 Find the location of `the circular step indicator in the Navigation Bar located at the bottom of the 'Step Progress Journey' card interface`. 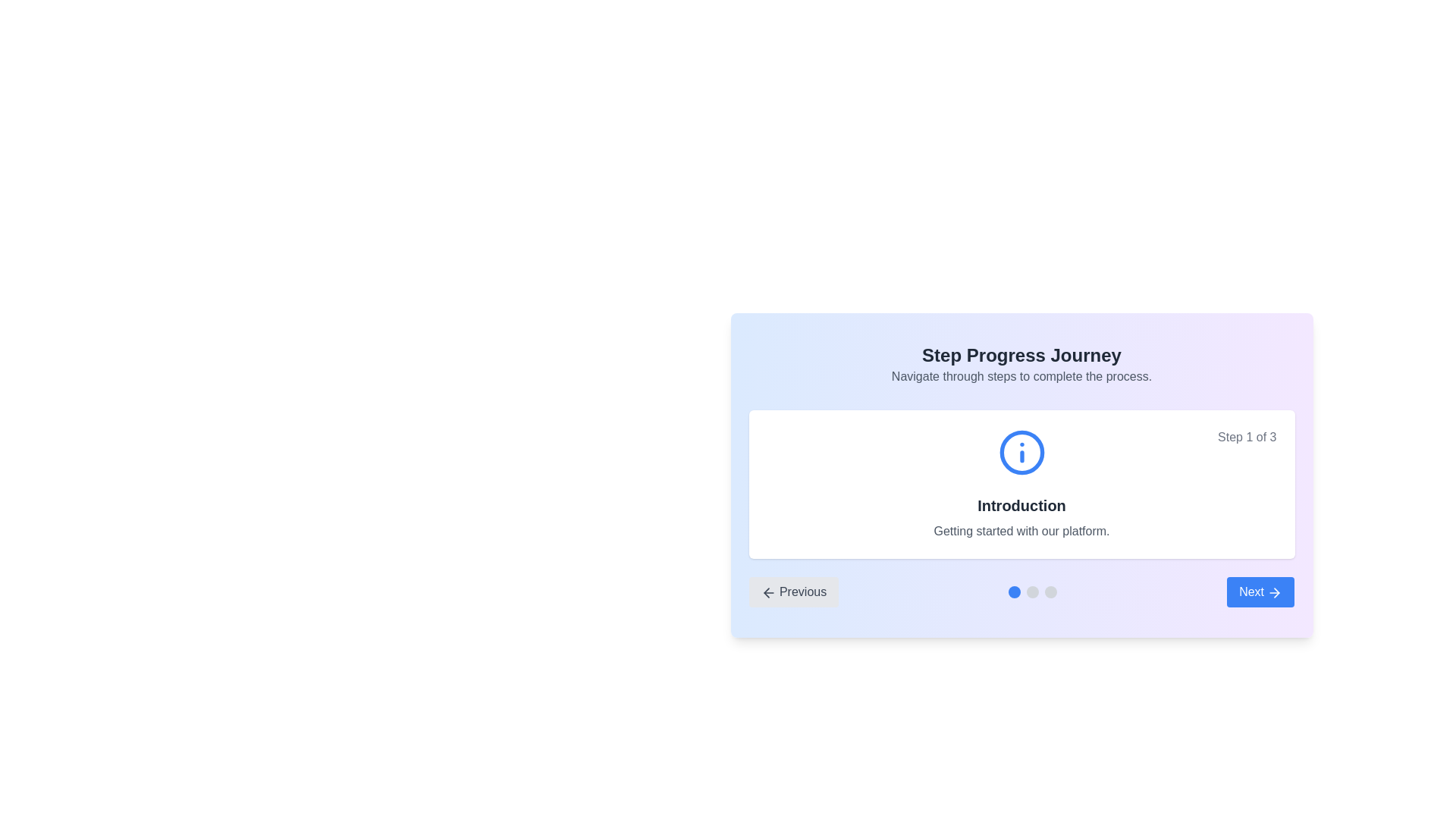

the circular step indicator in the Navigation Bar located at the bottom of the 'Step Progress Journey' card interface is located at coordinates (1021, 591).